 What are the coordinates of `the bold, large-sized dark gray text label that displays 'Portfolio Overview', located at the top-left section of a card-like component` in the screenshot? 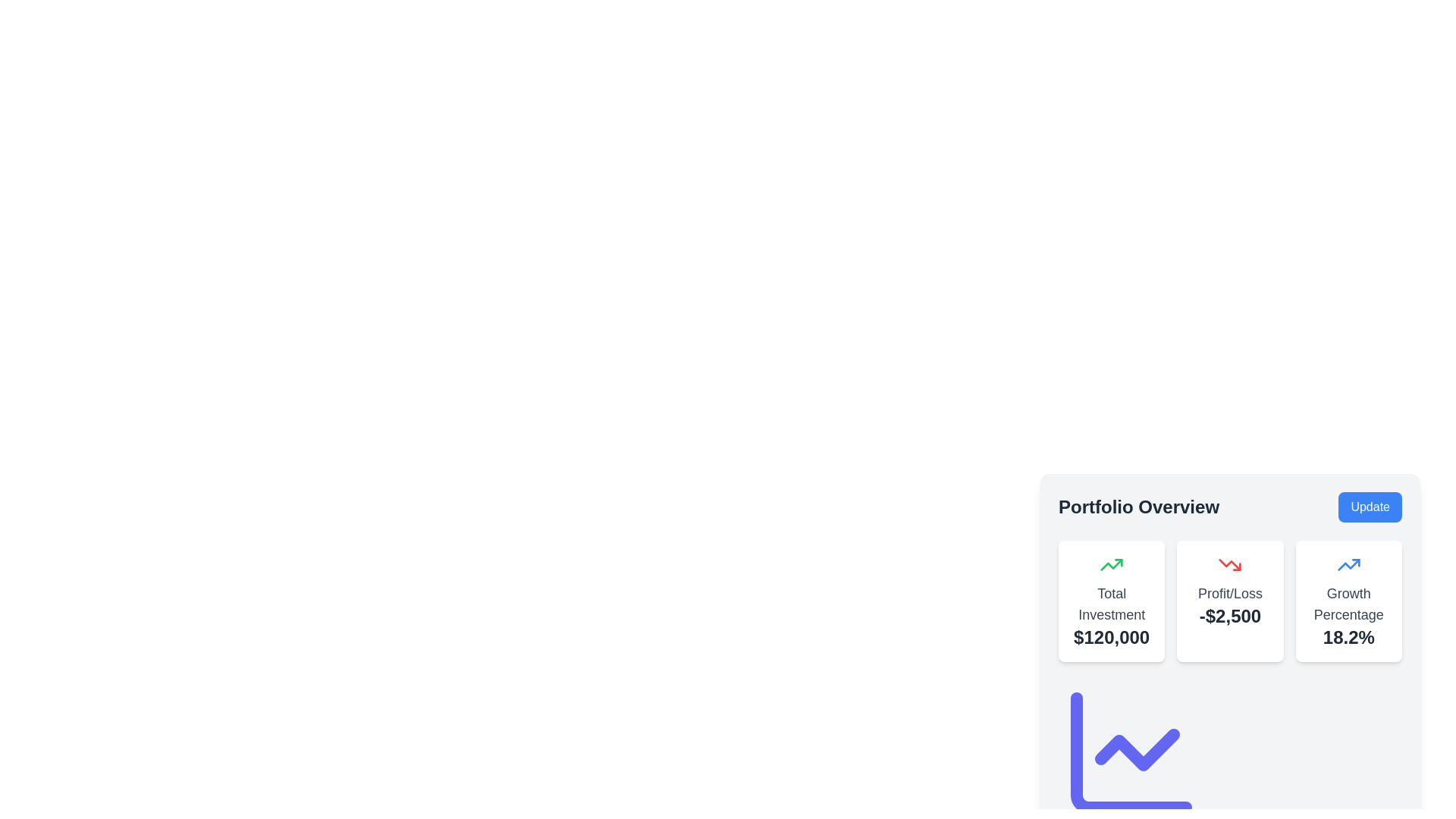 It's located at (1139, 507).